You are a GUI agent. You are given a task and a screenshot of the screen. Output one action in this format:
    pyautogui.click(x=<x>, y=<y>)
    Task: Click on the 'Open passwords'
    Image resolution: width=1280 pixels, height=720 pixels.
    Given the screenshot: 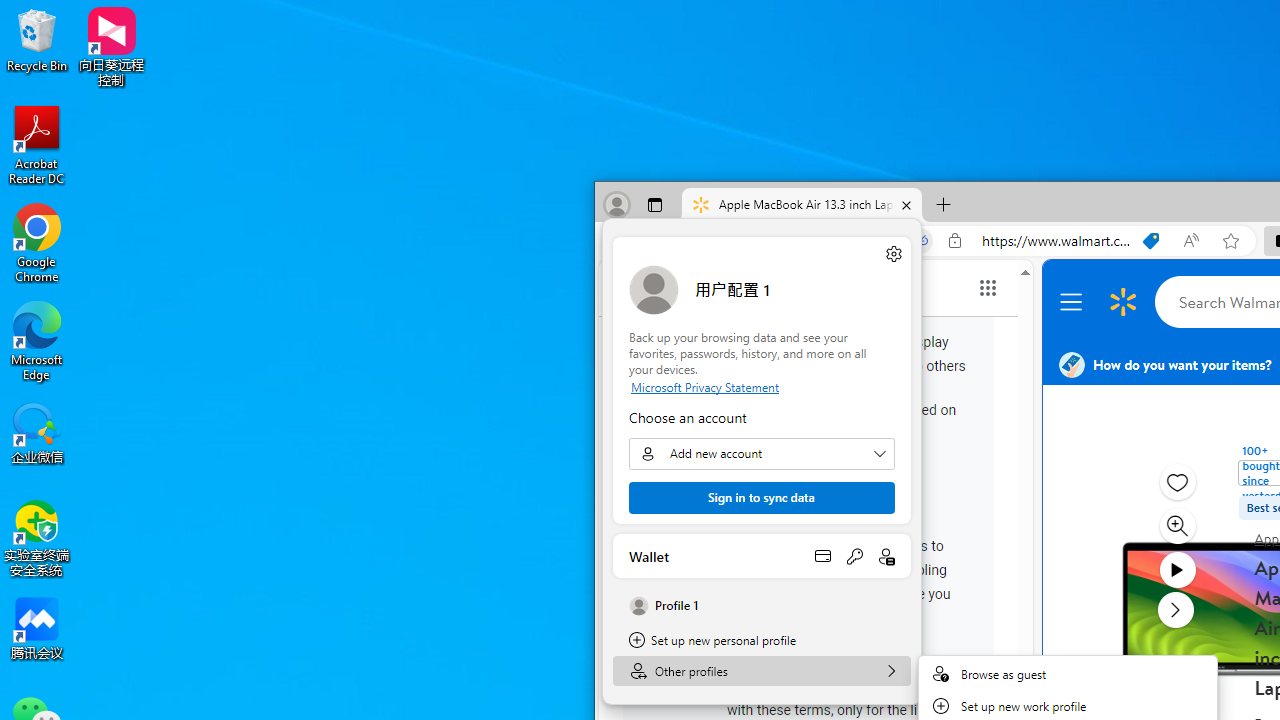 What is the action you would take?
    pyautogui.click(x=854, y=555)
    